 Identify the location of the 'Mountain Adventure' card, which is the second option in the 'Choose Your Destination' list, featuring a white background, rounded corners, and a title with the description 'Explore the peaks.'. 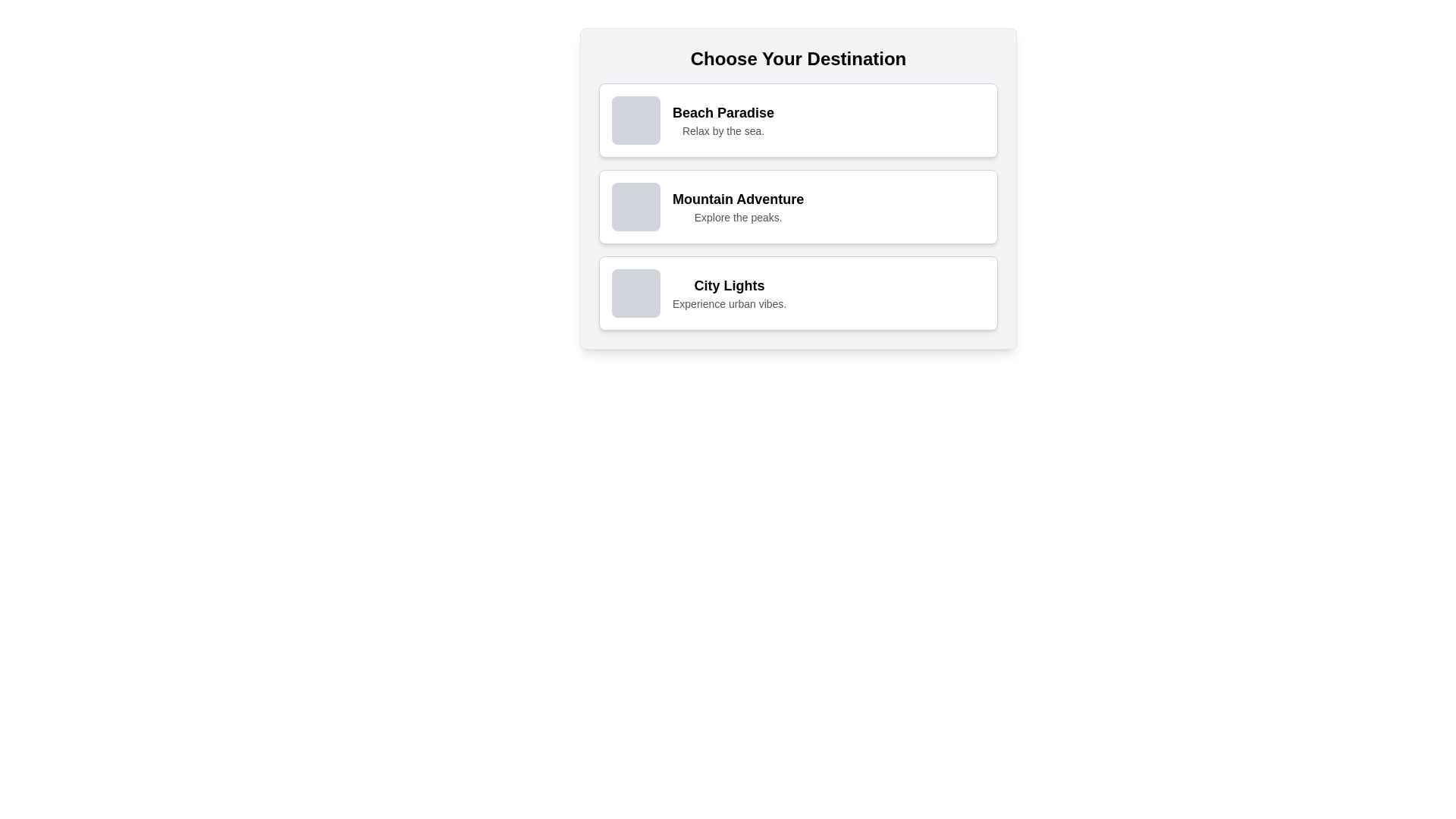
(797, 188).